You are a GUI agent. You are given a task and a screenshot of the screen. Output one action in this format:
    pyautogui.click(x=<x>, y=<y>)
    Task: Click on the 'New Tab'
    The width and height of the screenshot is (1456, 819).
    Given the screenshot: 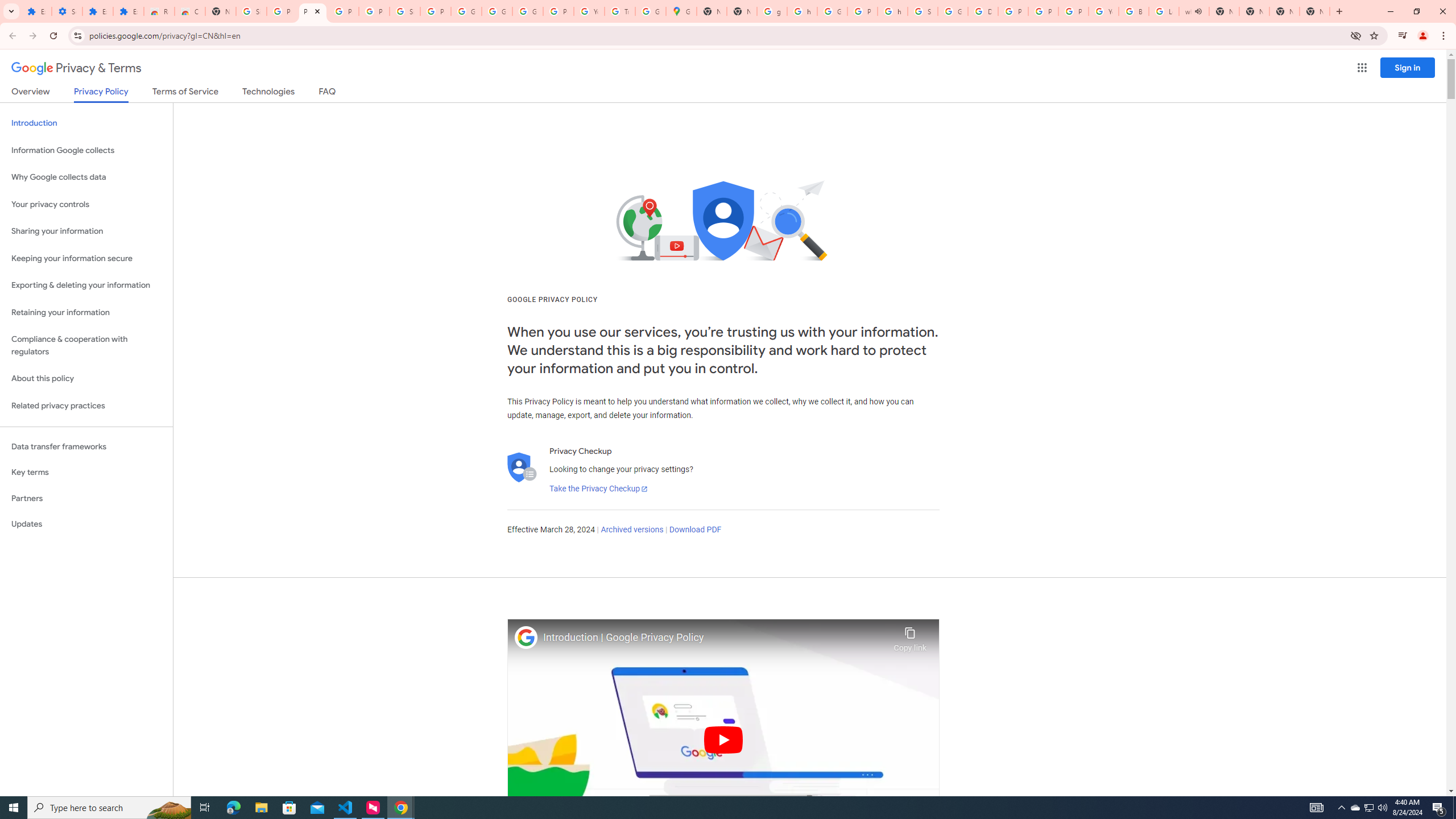 What is the action you would take?
    pyautogui.click(x=1284, y=11)
    